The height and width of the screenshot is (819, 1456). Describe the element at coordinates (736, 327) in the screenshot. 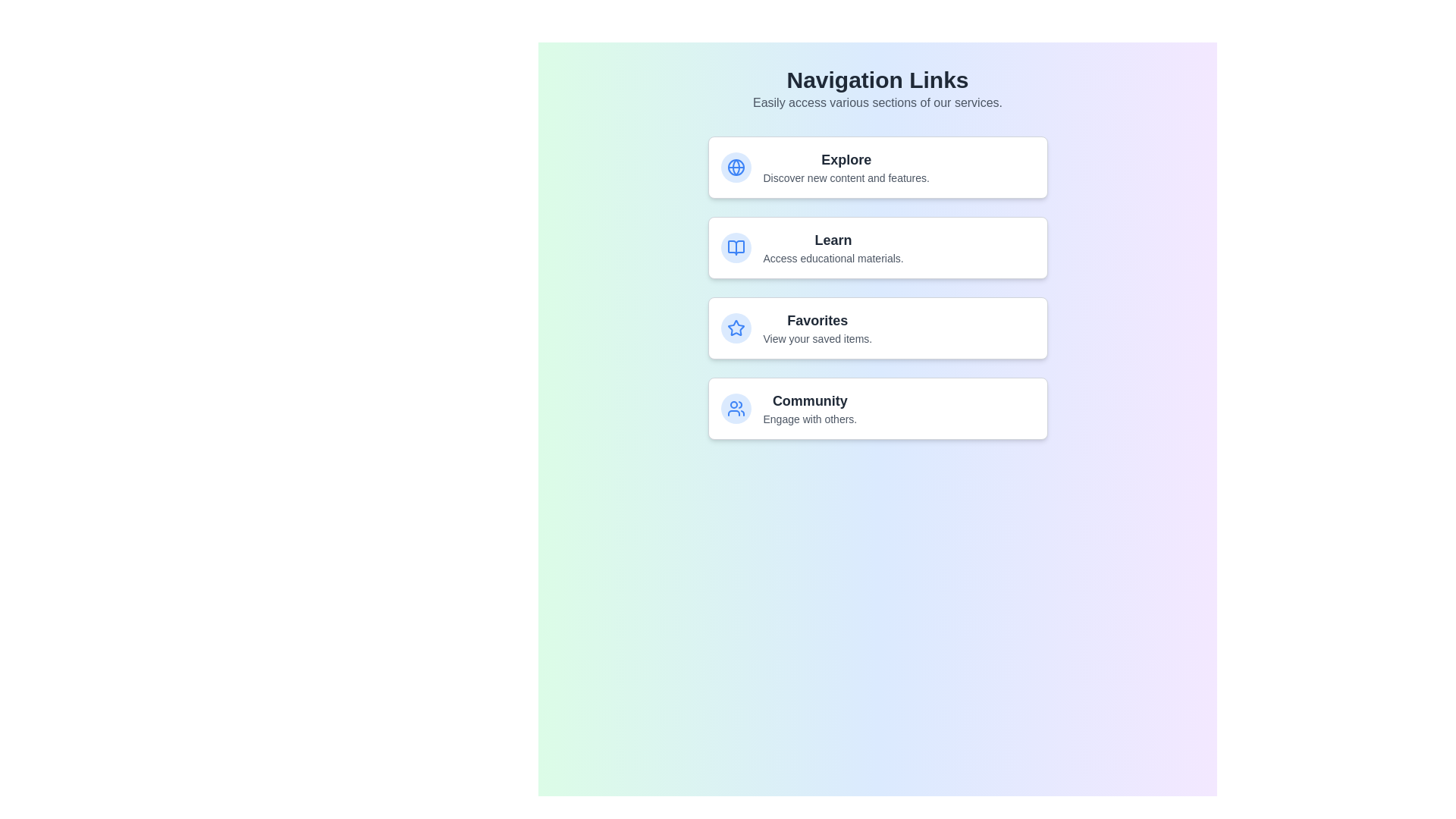

I see `the 'Favorites' icon located at the leftmost part of the 'Favorites' card, above the text 'Favorites' and 'View your saved items.'` at that location.